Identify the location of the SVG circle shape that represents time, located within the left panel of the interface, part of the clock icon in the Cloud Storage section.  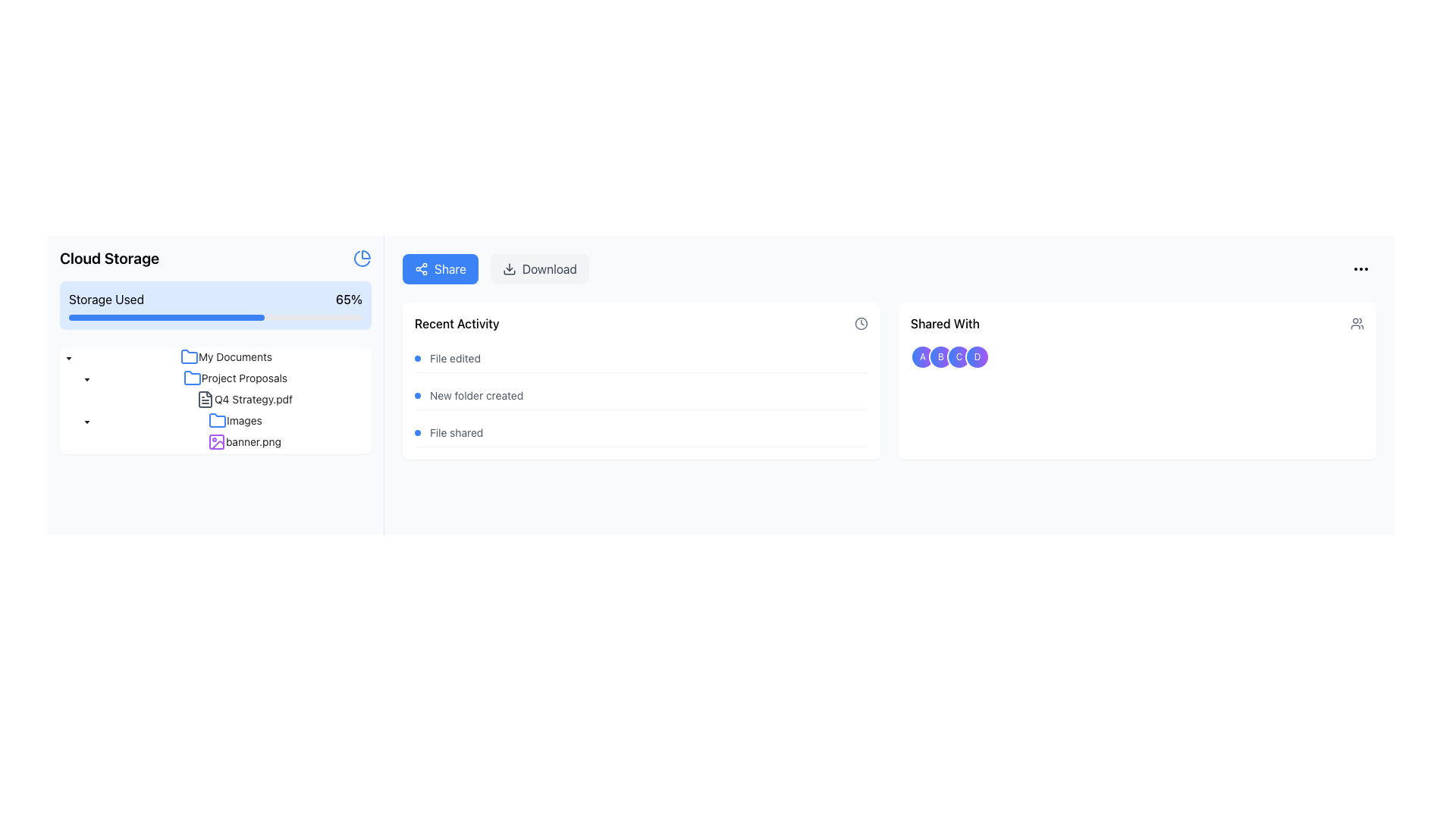
(861, 323).